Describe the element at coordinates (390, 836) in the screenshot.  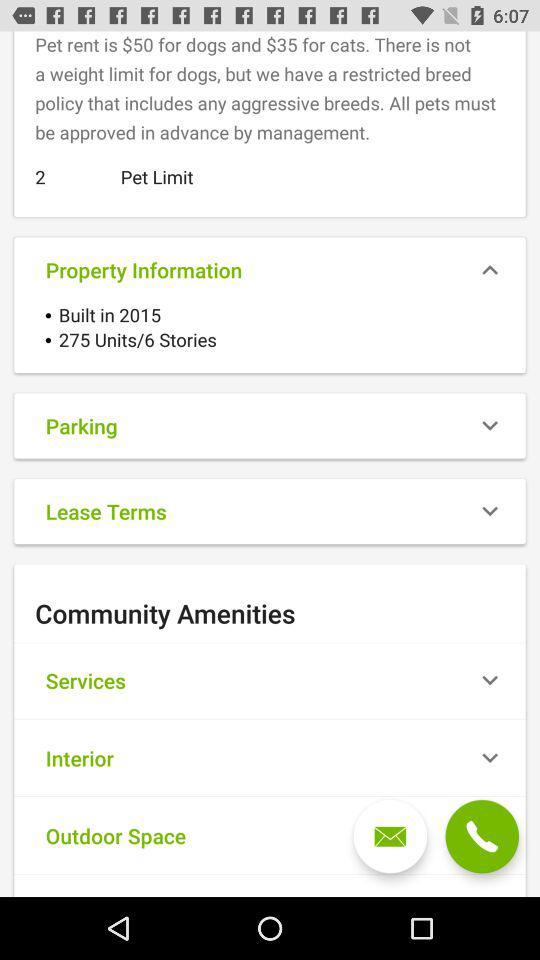
I see `the email icon` at that location.